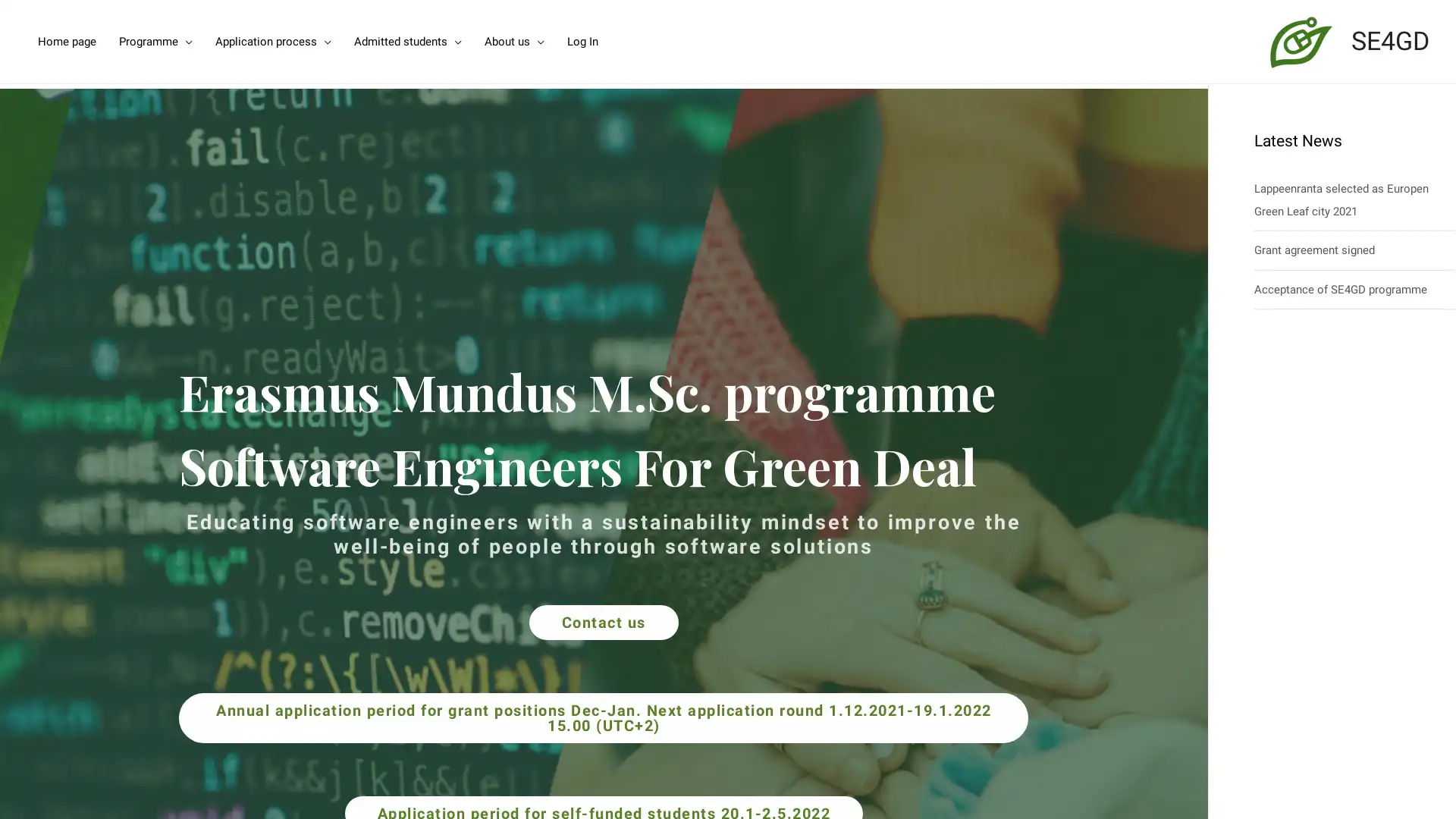 Image resolution: width=1456 pixels, height=819 pixels. I want to click on Contact us, so click(602, 622).